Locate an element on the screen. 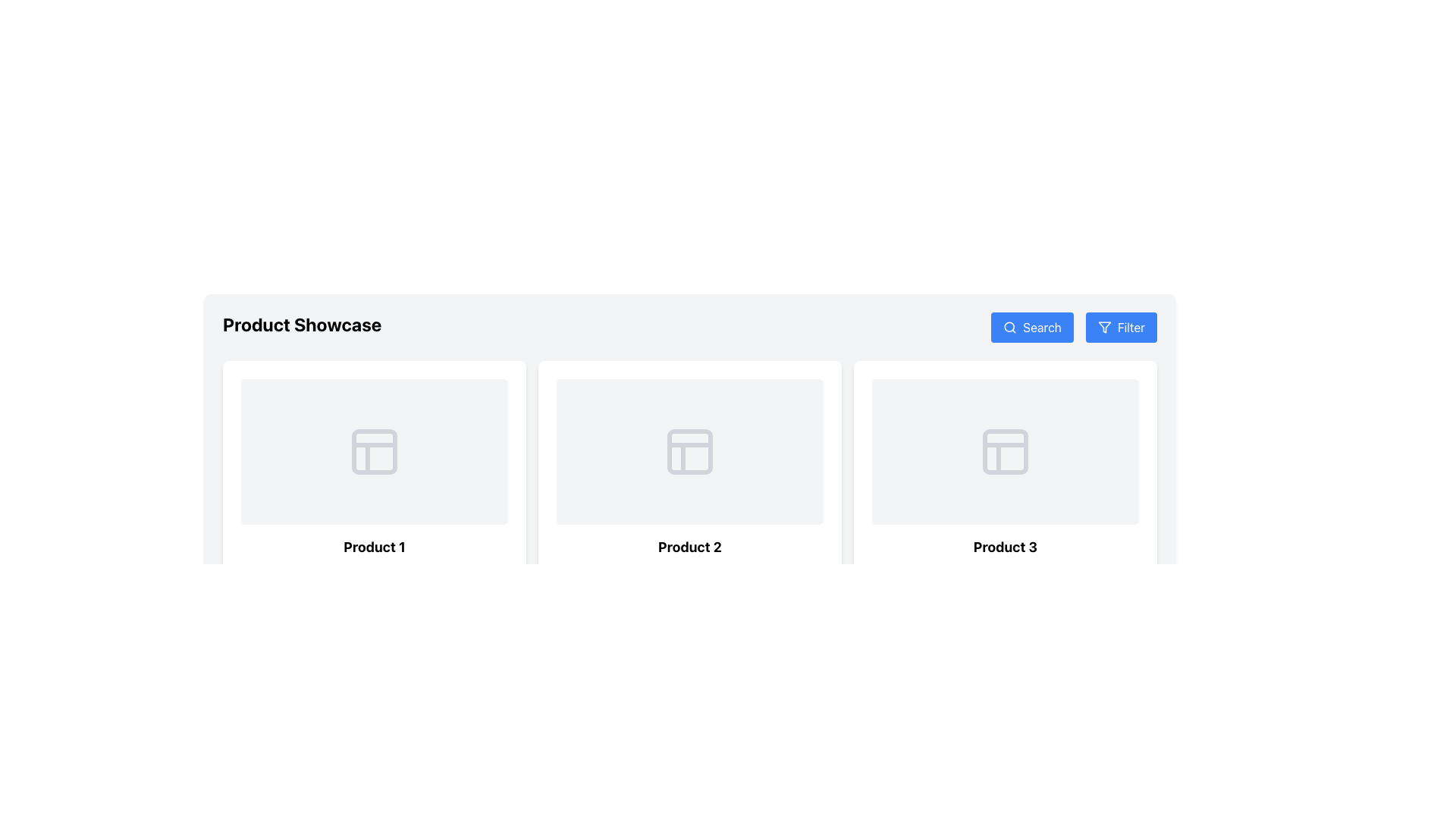 The image size is (1456, 819). the blue filter funnel icon embedded in the 'Filter' button located in the upper right corner of the interface as a visual indicator is located at coordinates (1104, 327).